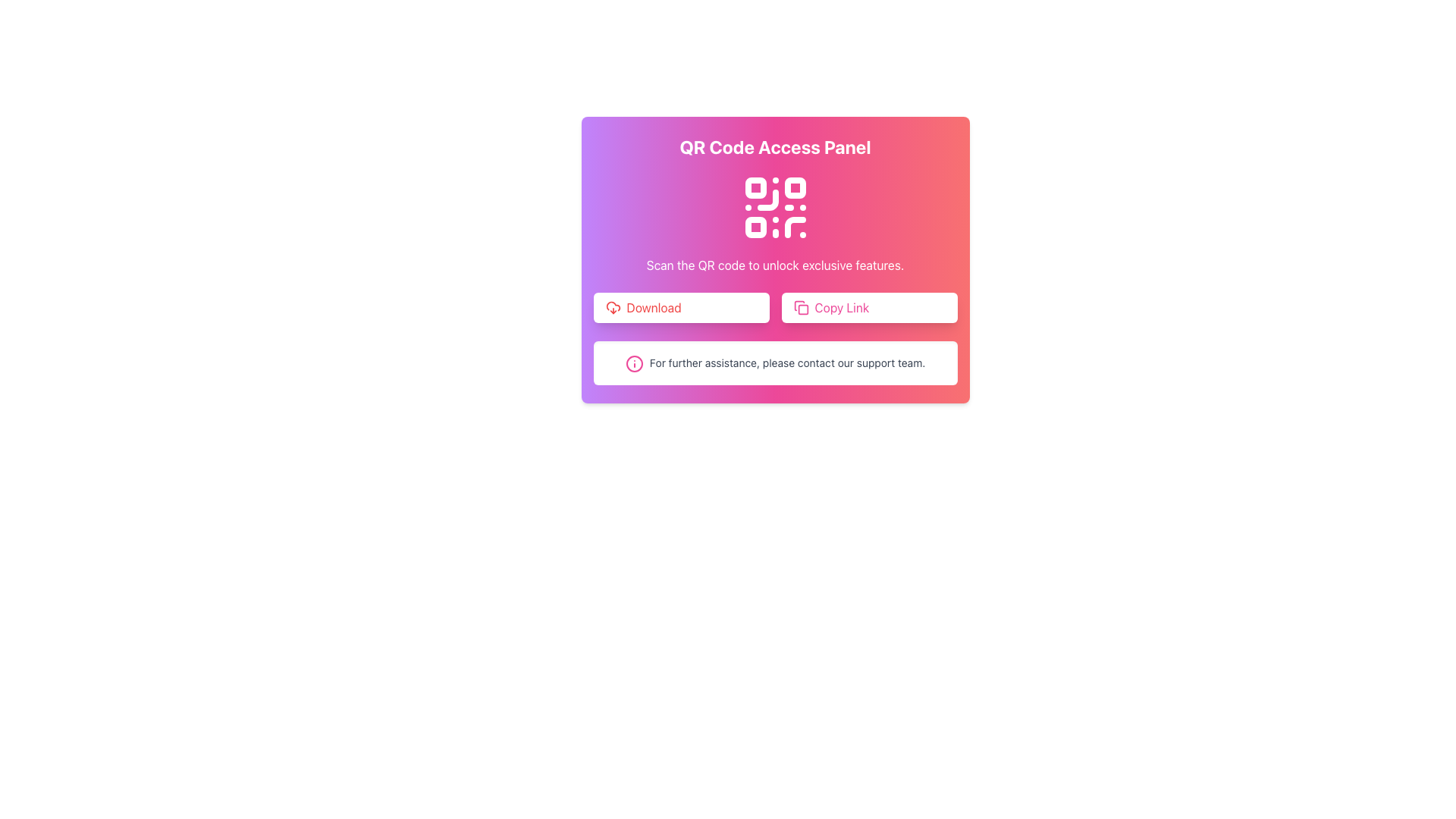 The image size is (1456, 819). What do you see at coordinates (634, 363) in the screenshot?
I see `the circular marker with a solid pink outline that is part of the SVG information icon, located to the left of the text 'For further assistance, please contact our support team.'` at bounding box center [634, 363].